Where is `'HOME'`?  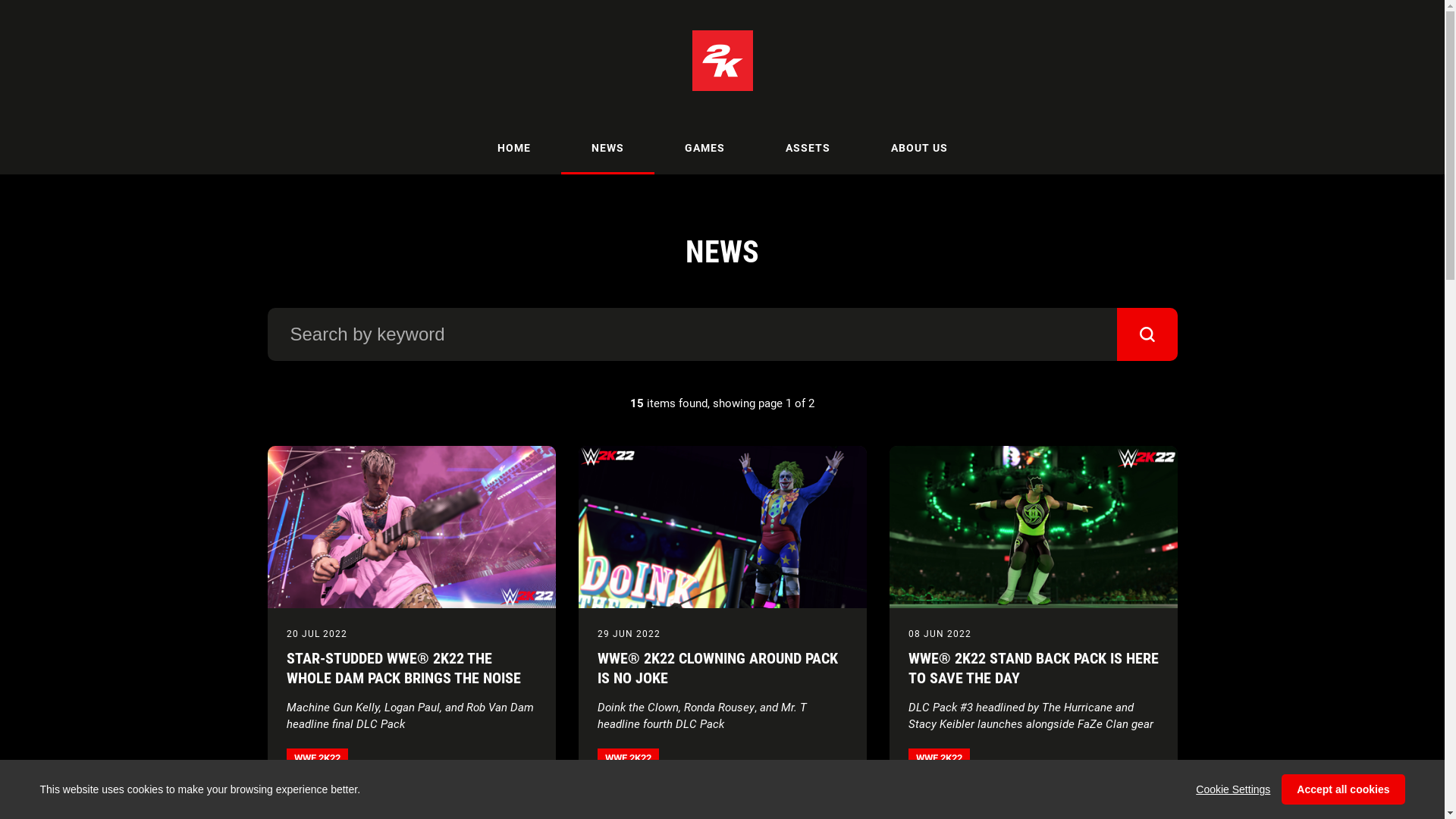 'HOME' is located at coordinates (513, 148).